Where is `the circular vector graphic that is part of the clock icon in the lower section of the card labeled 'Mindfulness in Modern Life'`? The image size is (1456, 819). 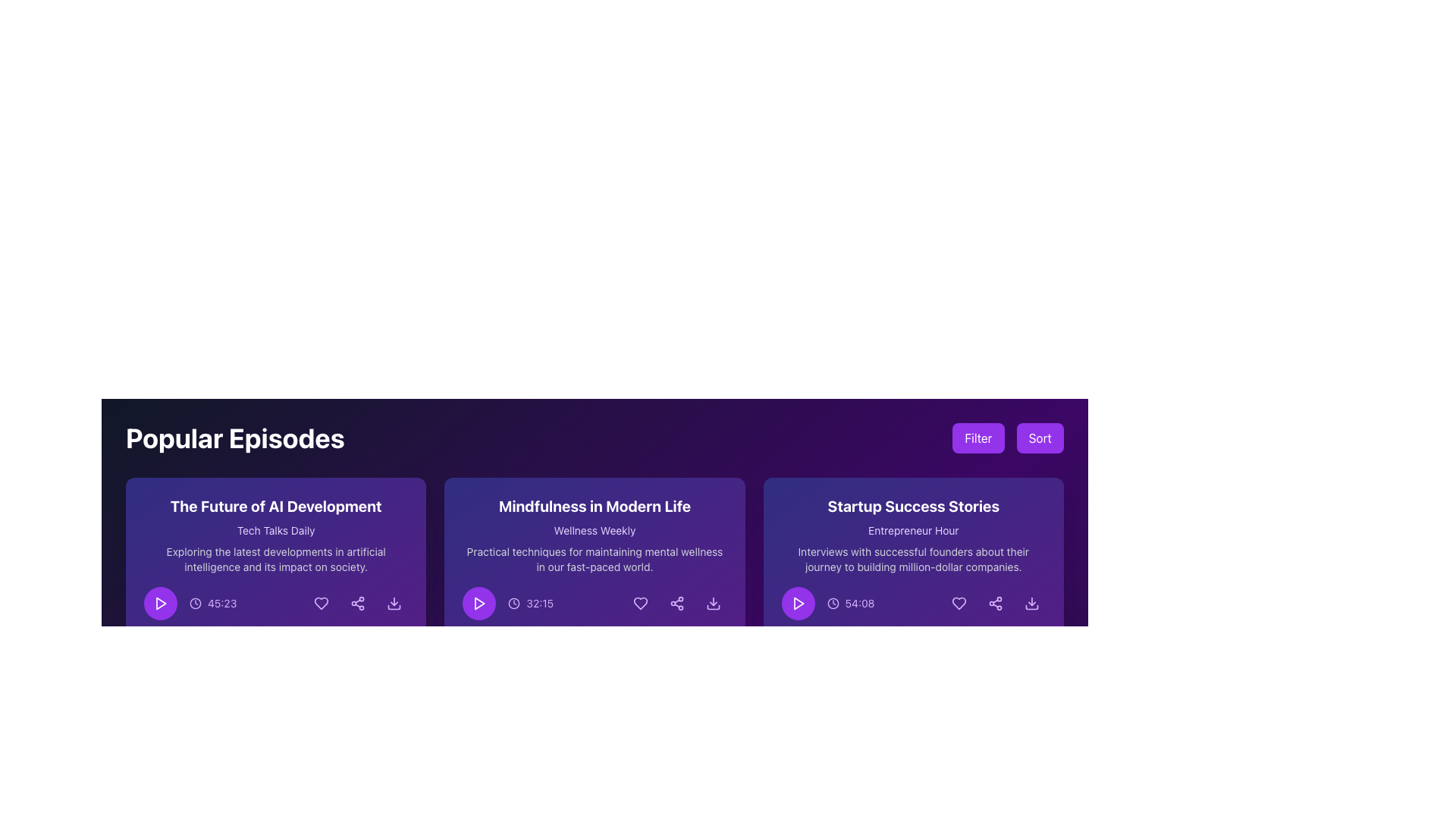
the circular vector graphic that is part of the clock icon in the lower section of the card labeled 'Mindfulness in Modern Life' is located at coordinates (514, 602).